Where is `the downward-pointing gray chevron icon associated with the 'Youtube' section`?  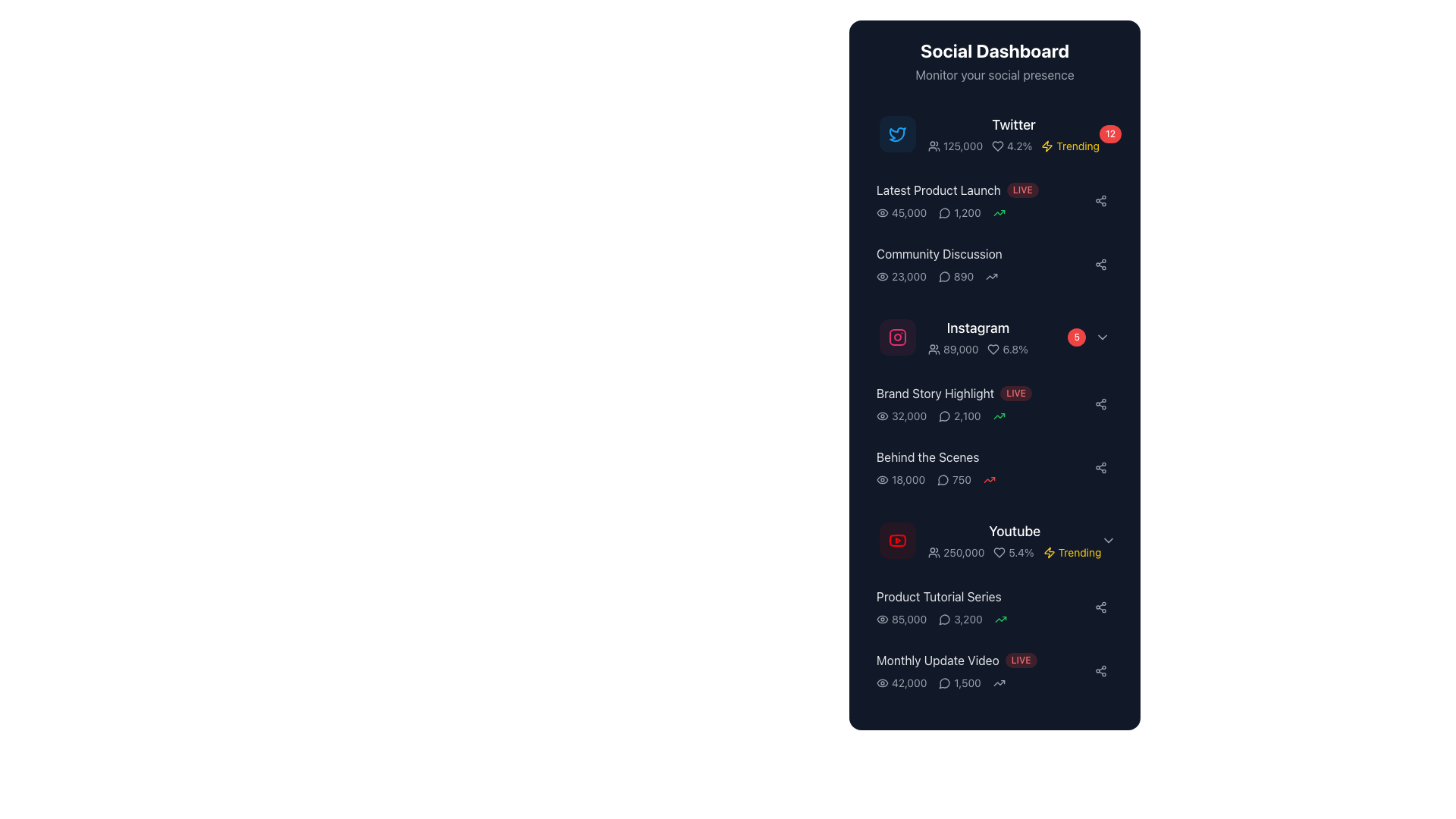 the downward-pointing gray chevron icon associated with the 'Youtube' section is located at coordinates (1109, 540).